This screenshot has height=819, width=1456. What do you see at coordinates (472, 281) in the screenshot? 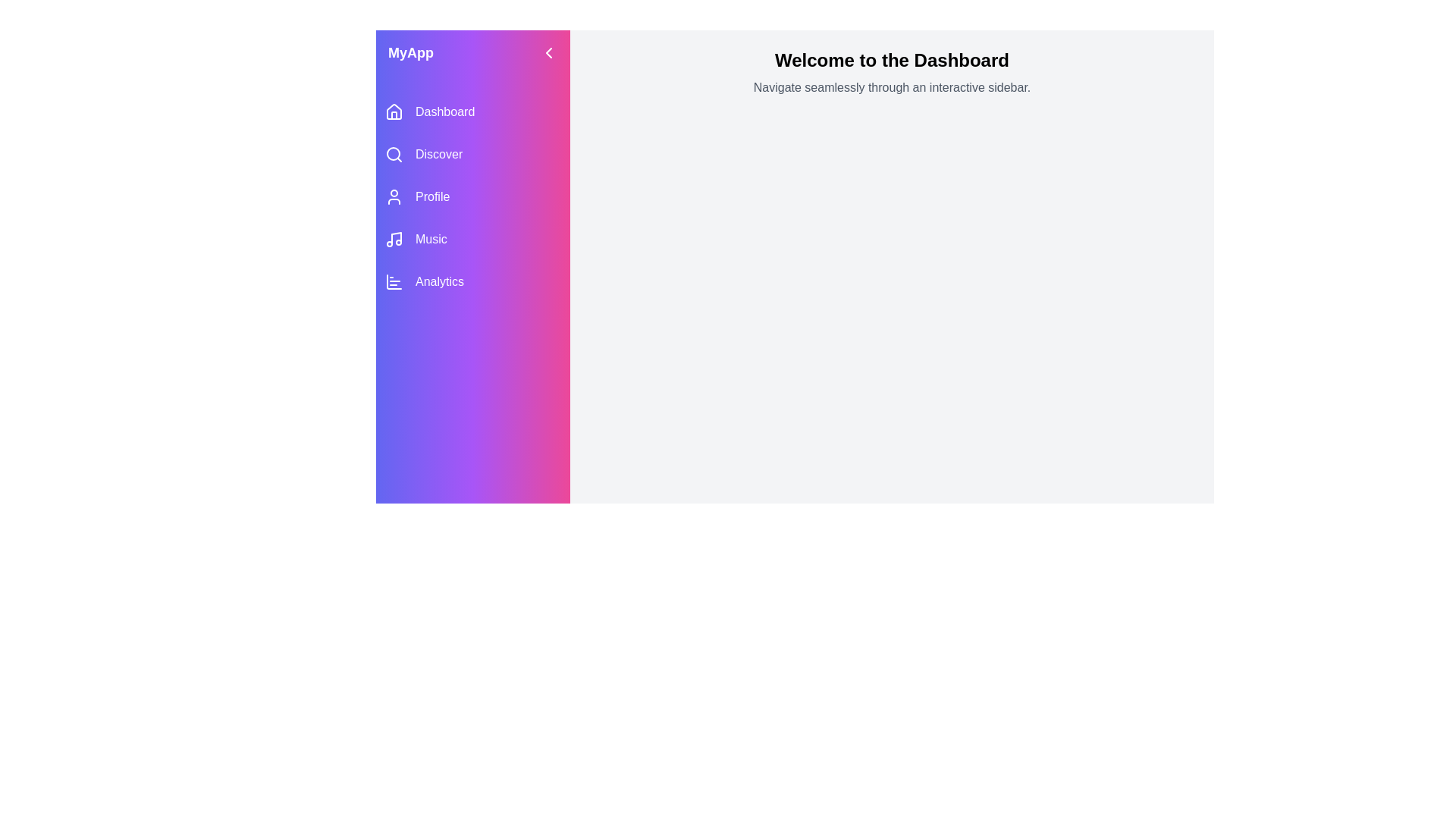
I see `the navigation item labeled Analytics` at bounding box center [472, 281].